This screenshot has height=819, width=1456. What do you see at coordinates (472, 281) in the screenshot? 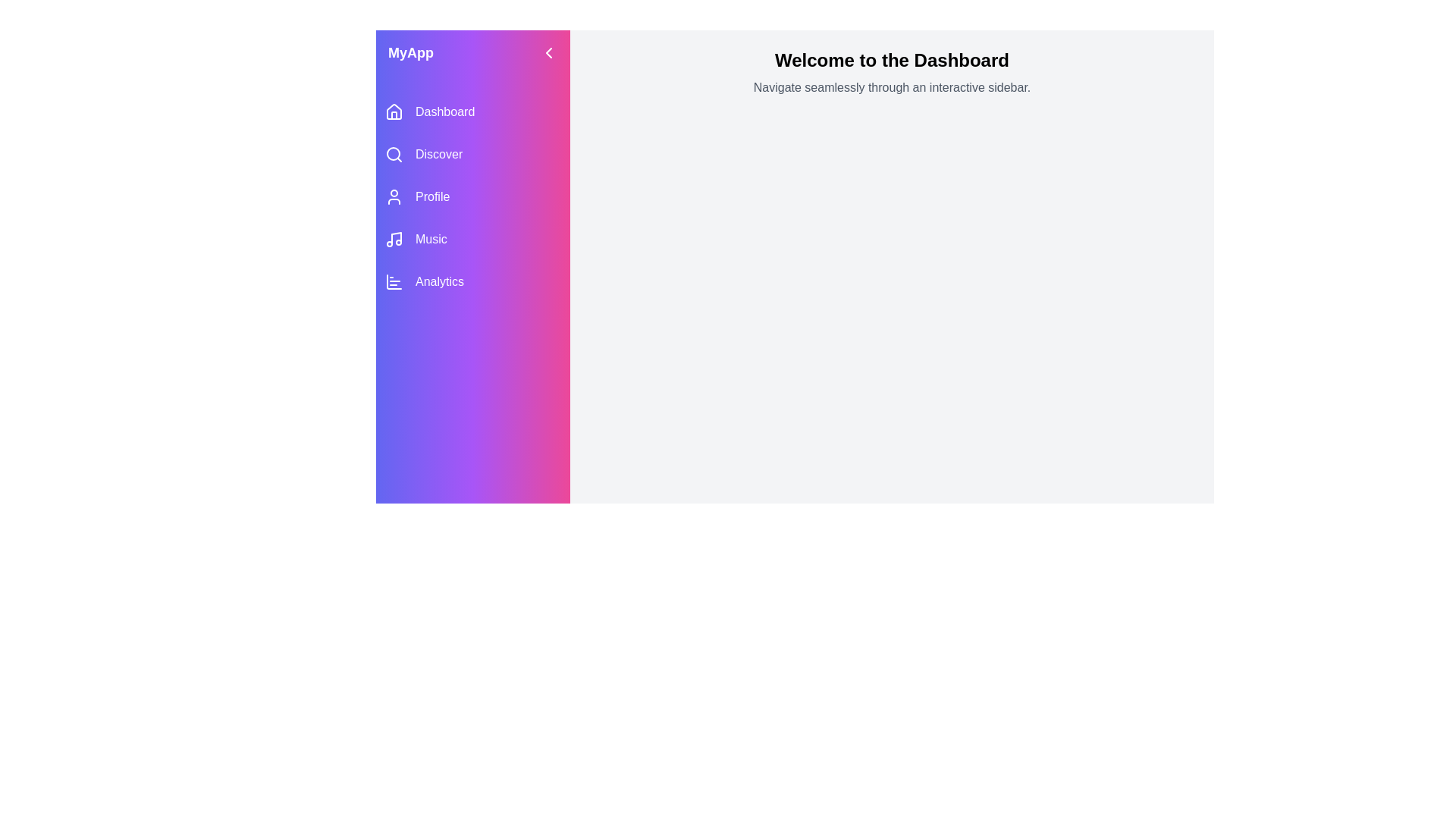
I see `the navigation item labeled Analytics` at bounding box center [472, 281].